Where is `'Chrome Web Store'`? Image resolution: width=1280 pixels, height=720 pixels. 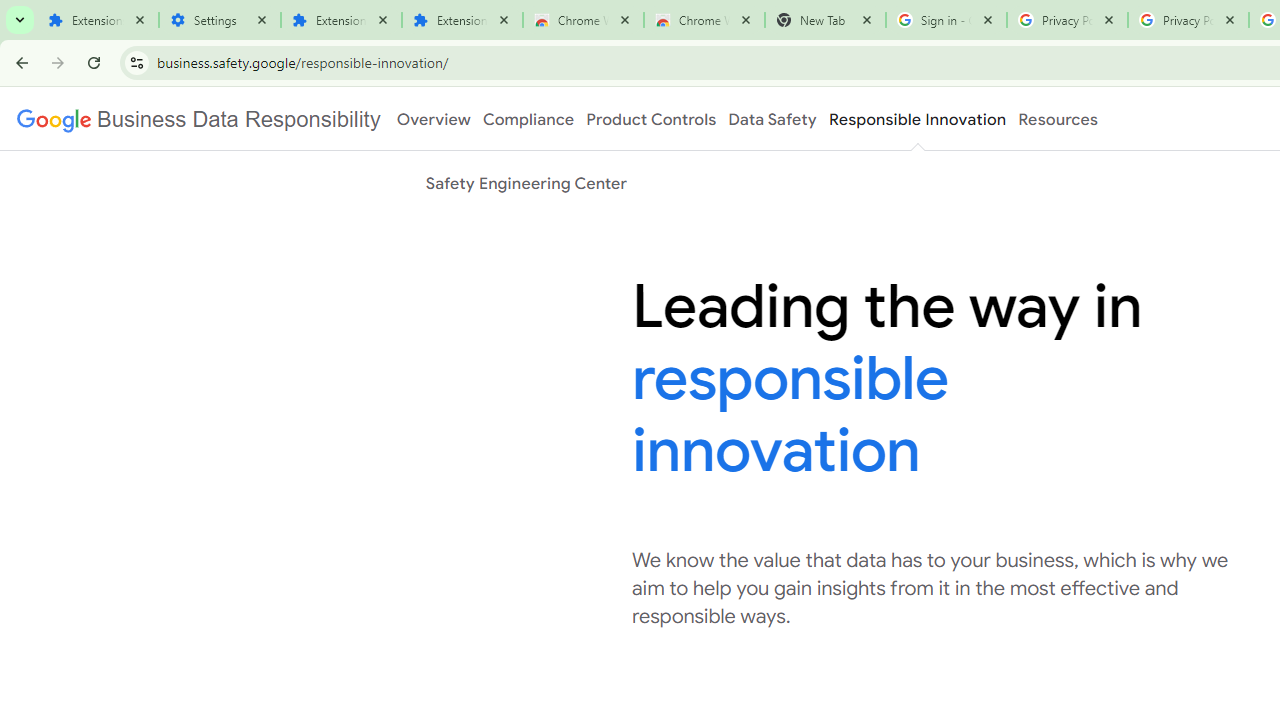
'Chrome Web Store' is located at coordinates (582, 20).